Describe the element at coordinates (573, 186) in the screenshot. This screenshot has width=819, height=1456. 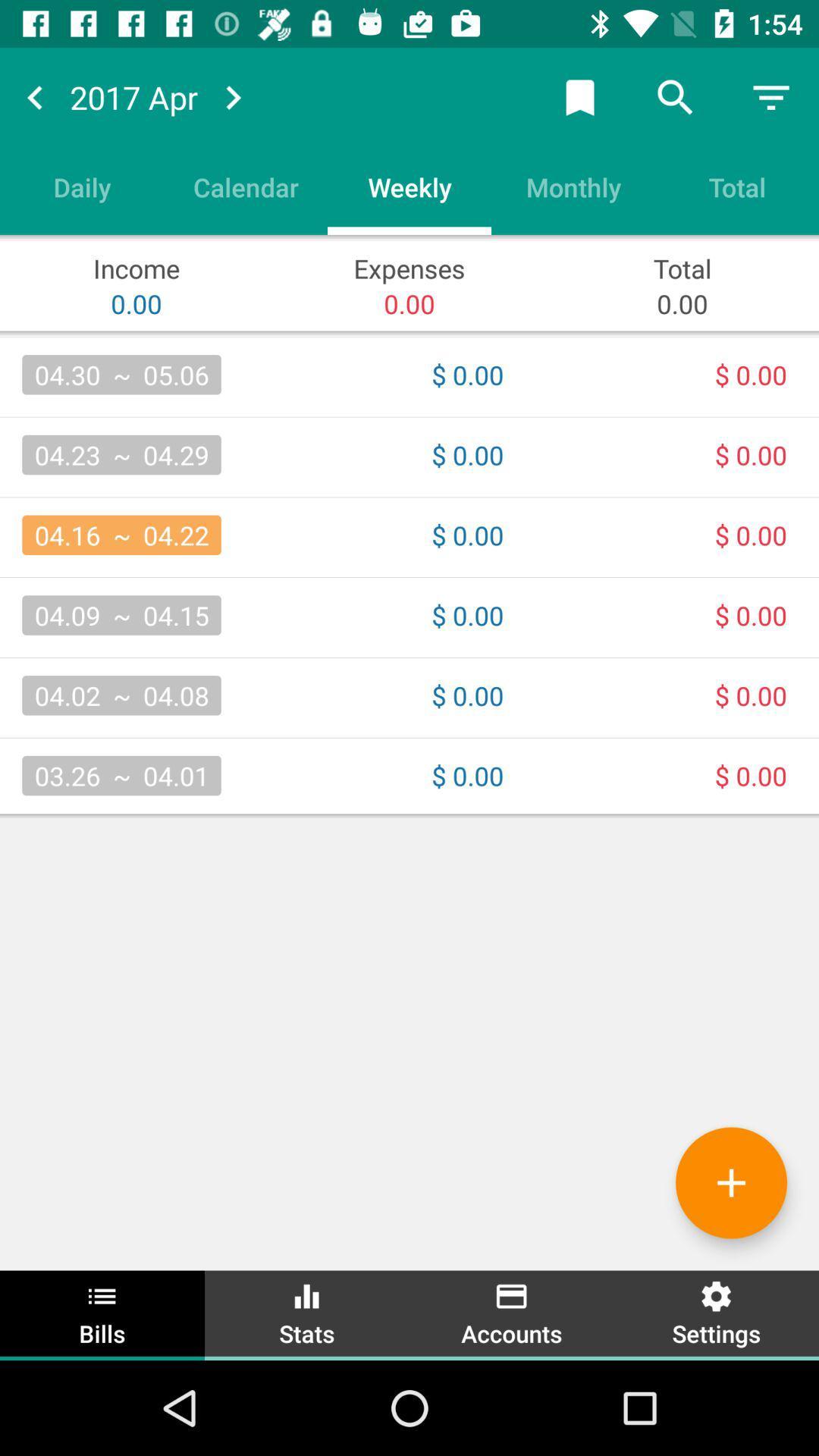
I see `the item to the left of the total` at that location.